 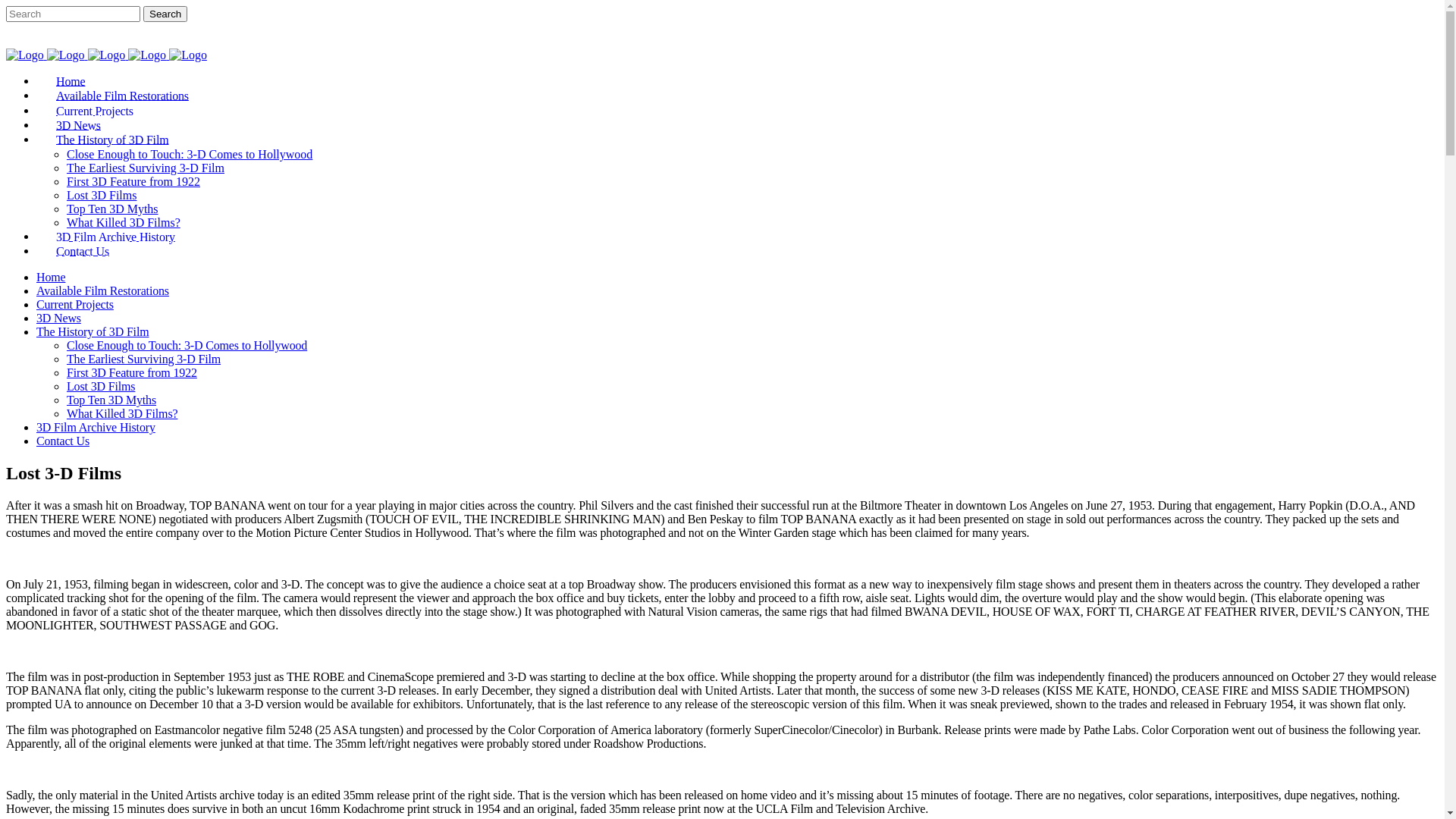 What do you see at coordinates (36, 304) in the screenshot?
I see `'Current Projects'` at bounding box center [36, 304].